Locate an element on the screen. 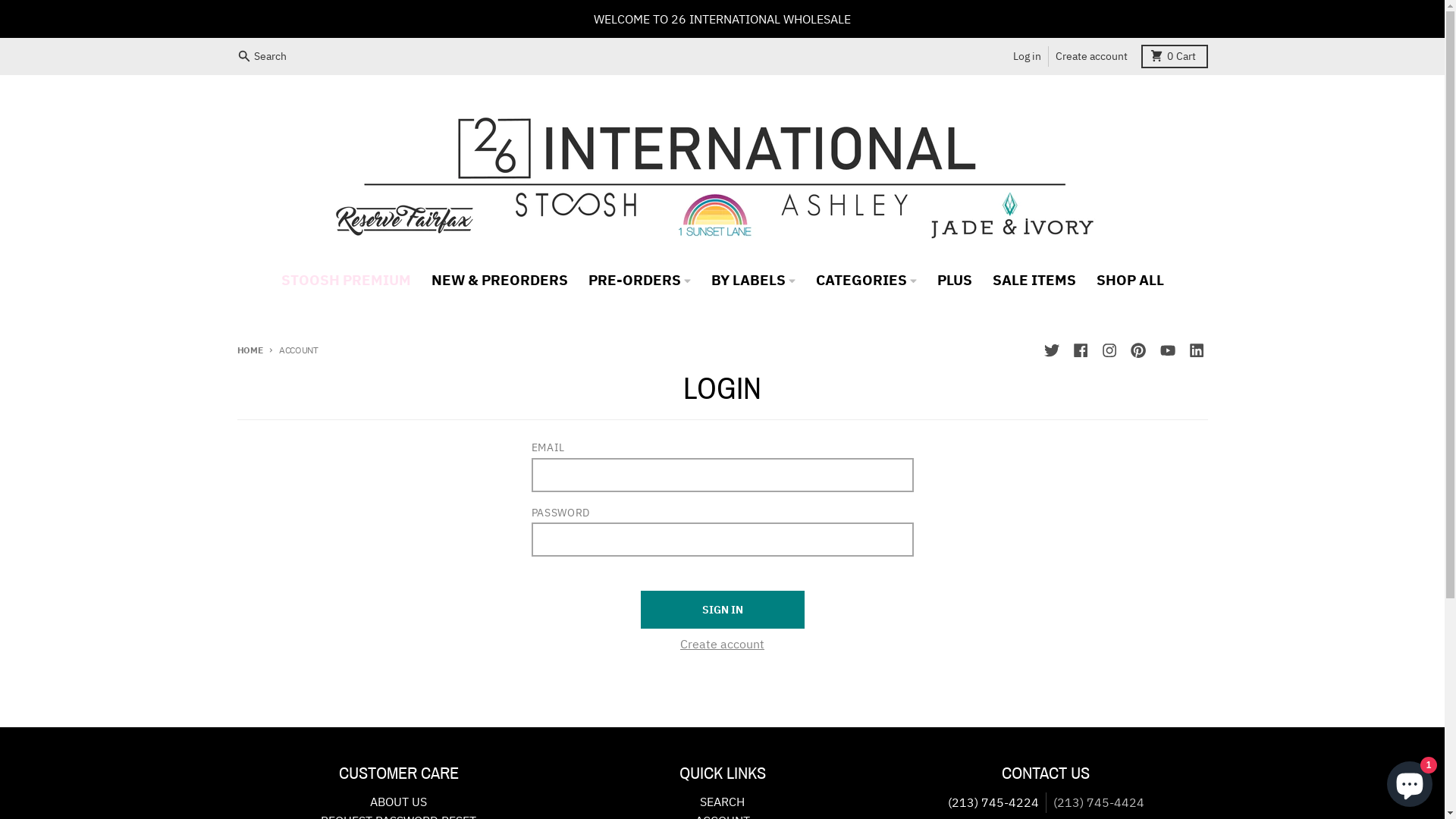 The width and height of the screenshot is (1456, 819). 'SIGN IN' is located at coordinates (720, 608).